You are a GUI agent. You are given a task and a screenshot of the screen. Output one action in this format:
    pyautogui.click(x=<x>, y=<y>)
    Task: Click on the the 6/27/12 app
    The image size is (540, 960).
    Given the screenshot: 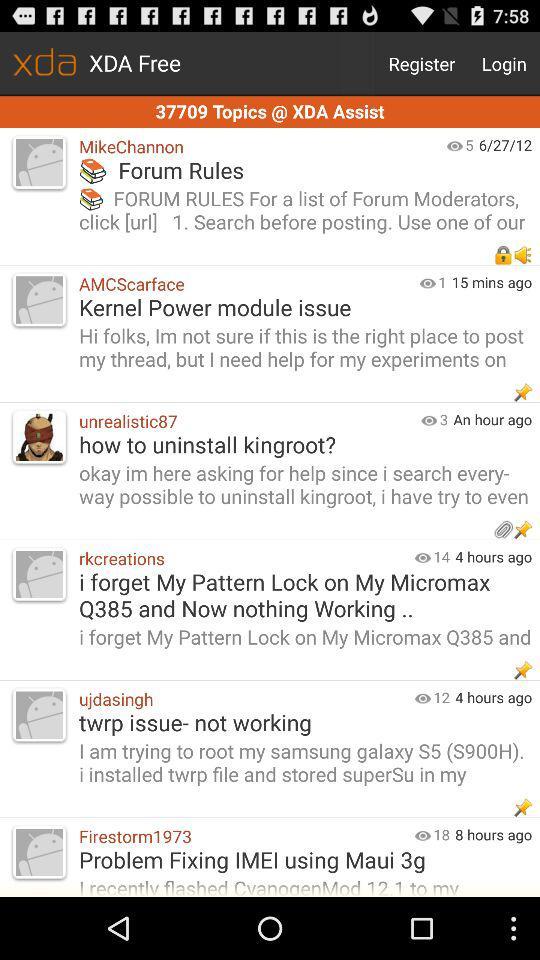 What is the action you would take?
    pyautogui.click(x=509, y=143)
    